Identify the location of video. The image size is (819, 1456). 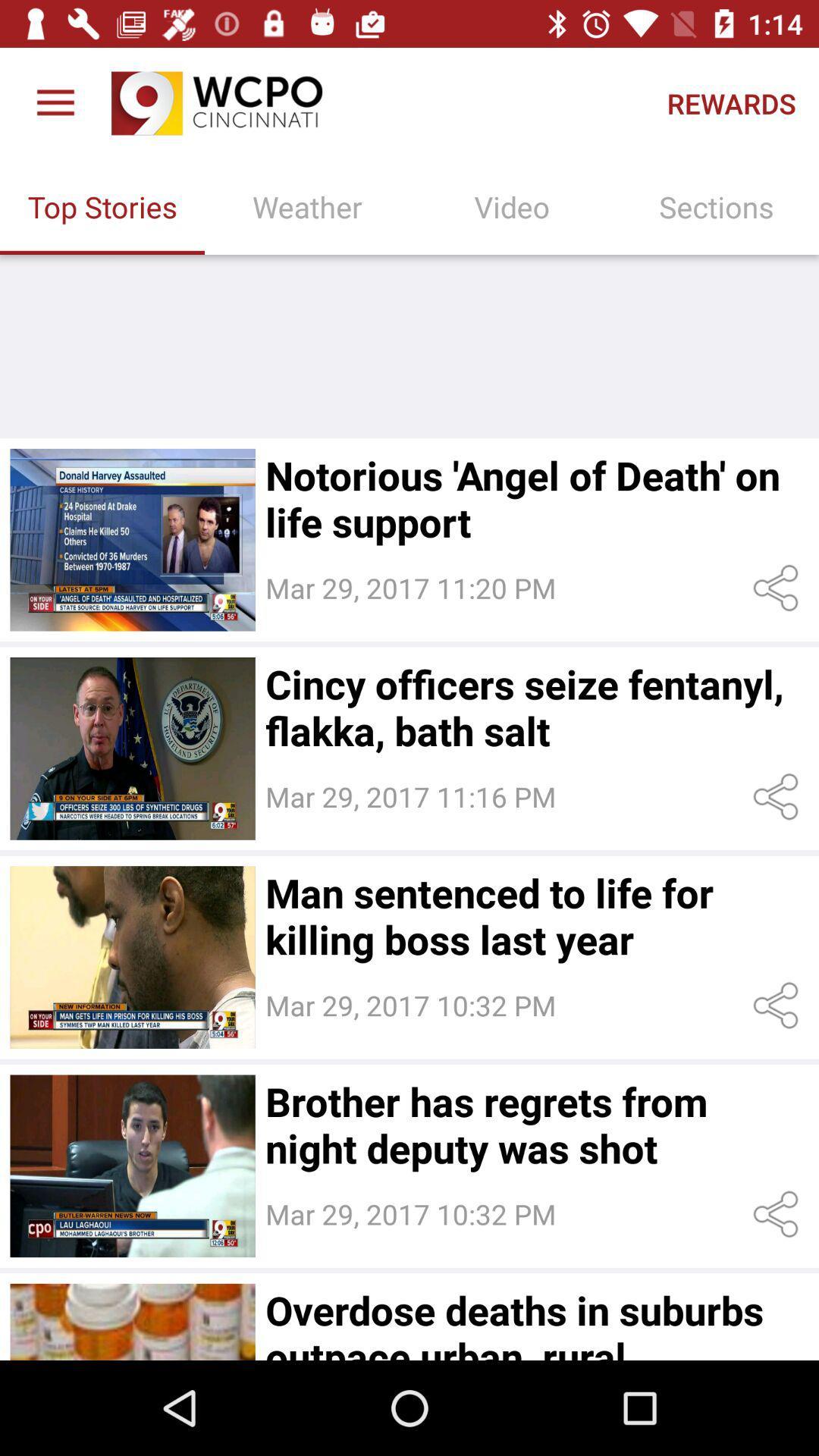
(132, 1321).